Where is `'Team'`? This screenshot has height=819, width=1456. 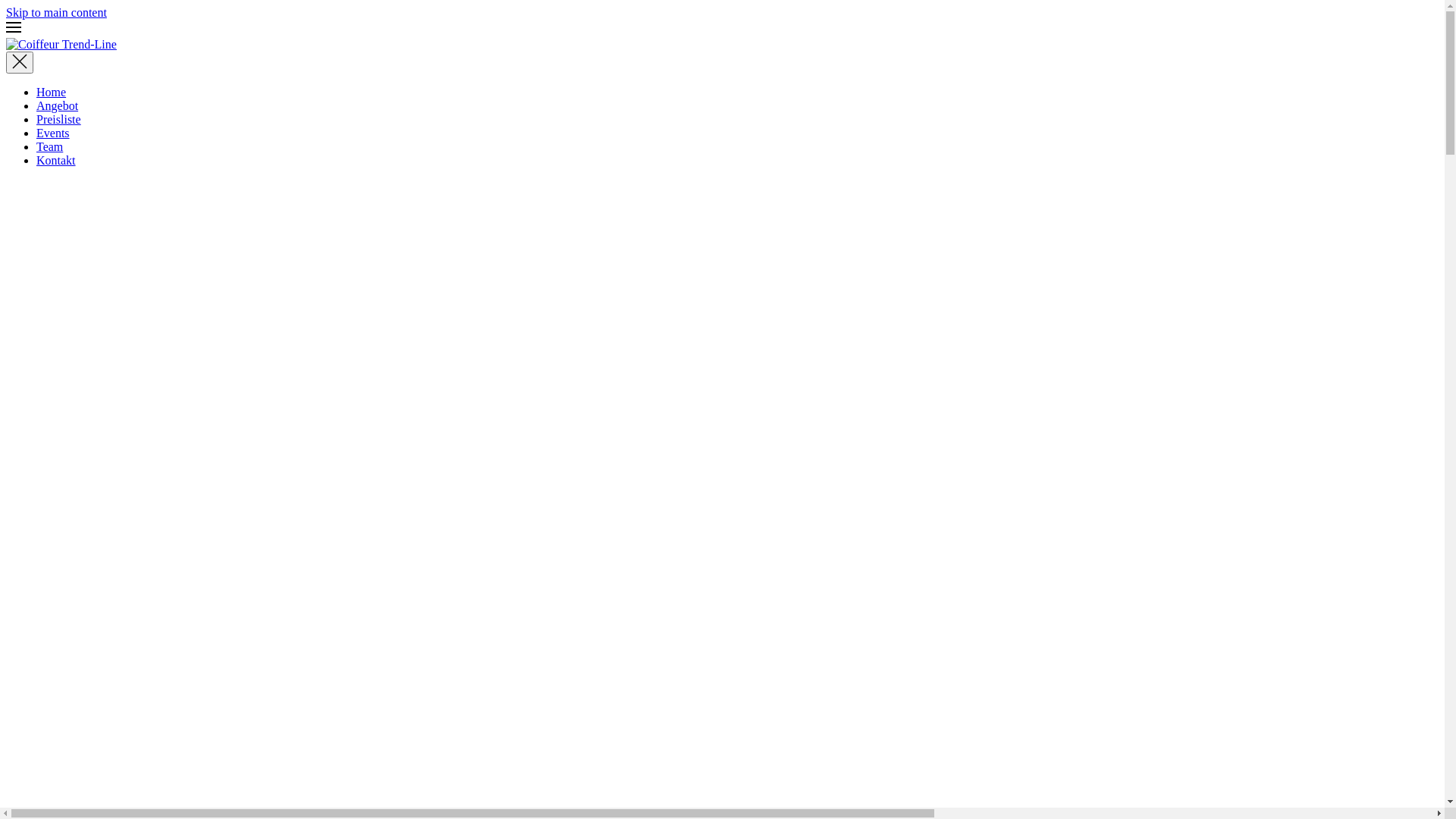
'Team' is located at coordinates (49, 146).